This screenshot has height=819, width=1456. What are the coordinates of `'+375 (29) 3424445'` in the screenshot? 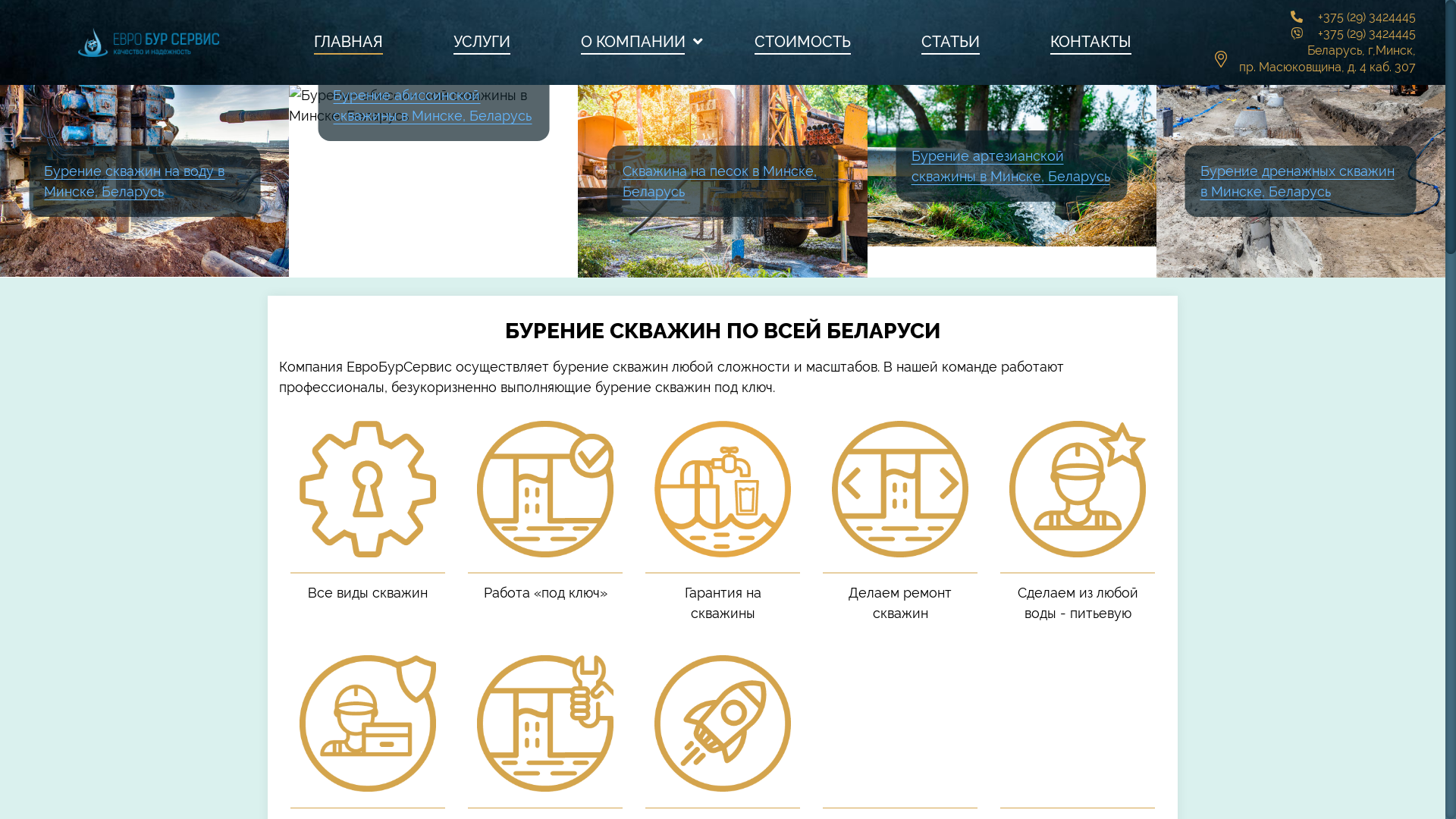 It's located at (1316, 33).